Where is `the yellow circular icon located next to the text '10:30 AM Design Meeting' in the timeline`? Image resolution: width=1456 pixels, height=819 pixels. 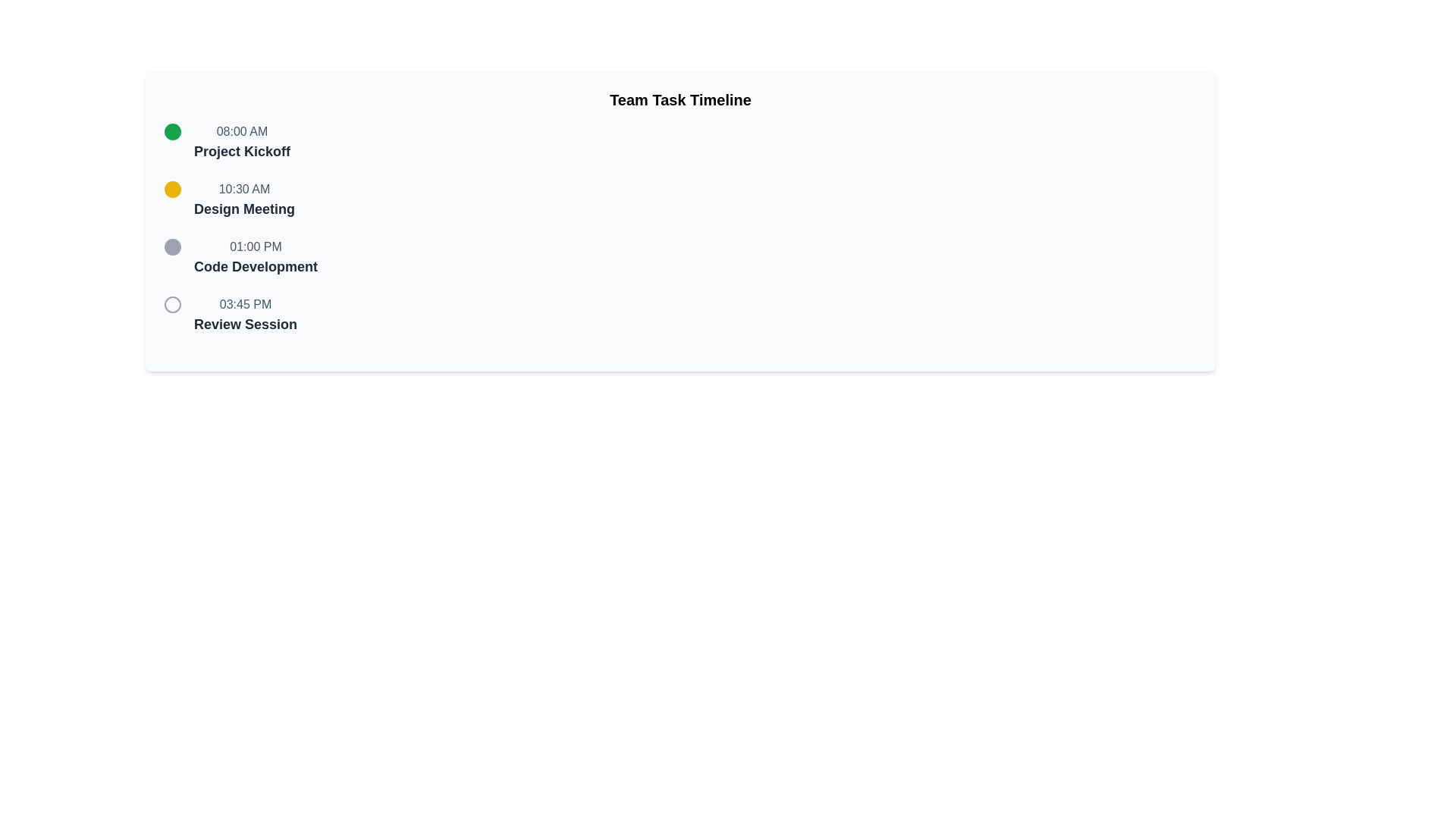
the yellow circular icon located next to the text '10:30 AM Design Meeting' in the timeline is located at coordinates (172, 189).